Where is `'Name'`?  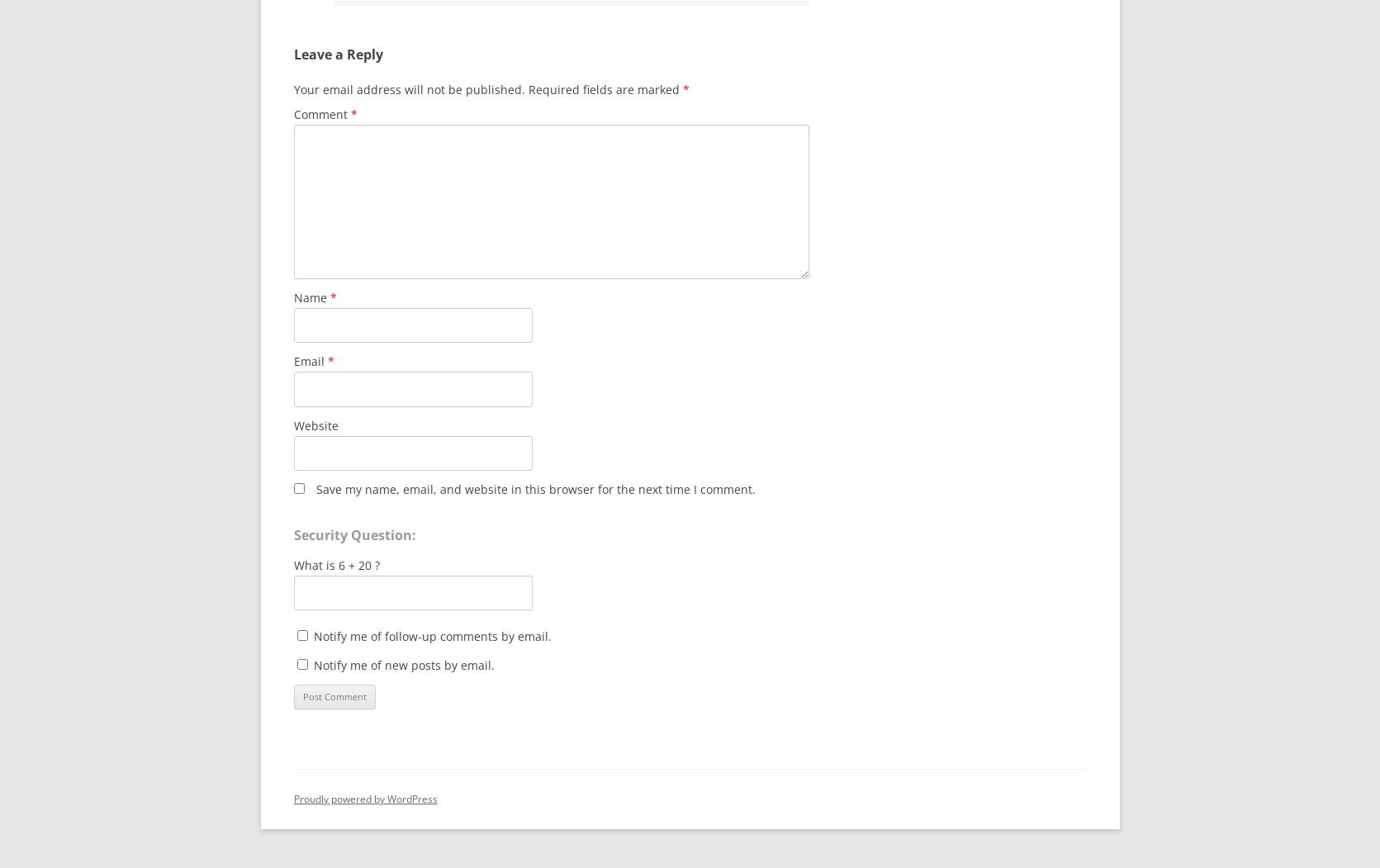
'Name' is located at coordinates (311, 296).